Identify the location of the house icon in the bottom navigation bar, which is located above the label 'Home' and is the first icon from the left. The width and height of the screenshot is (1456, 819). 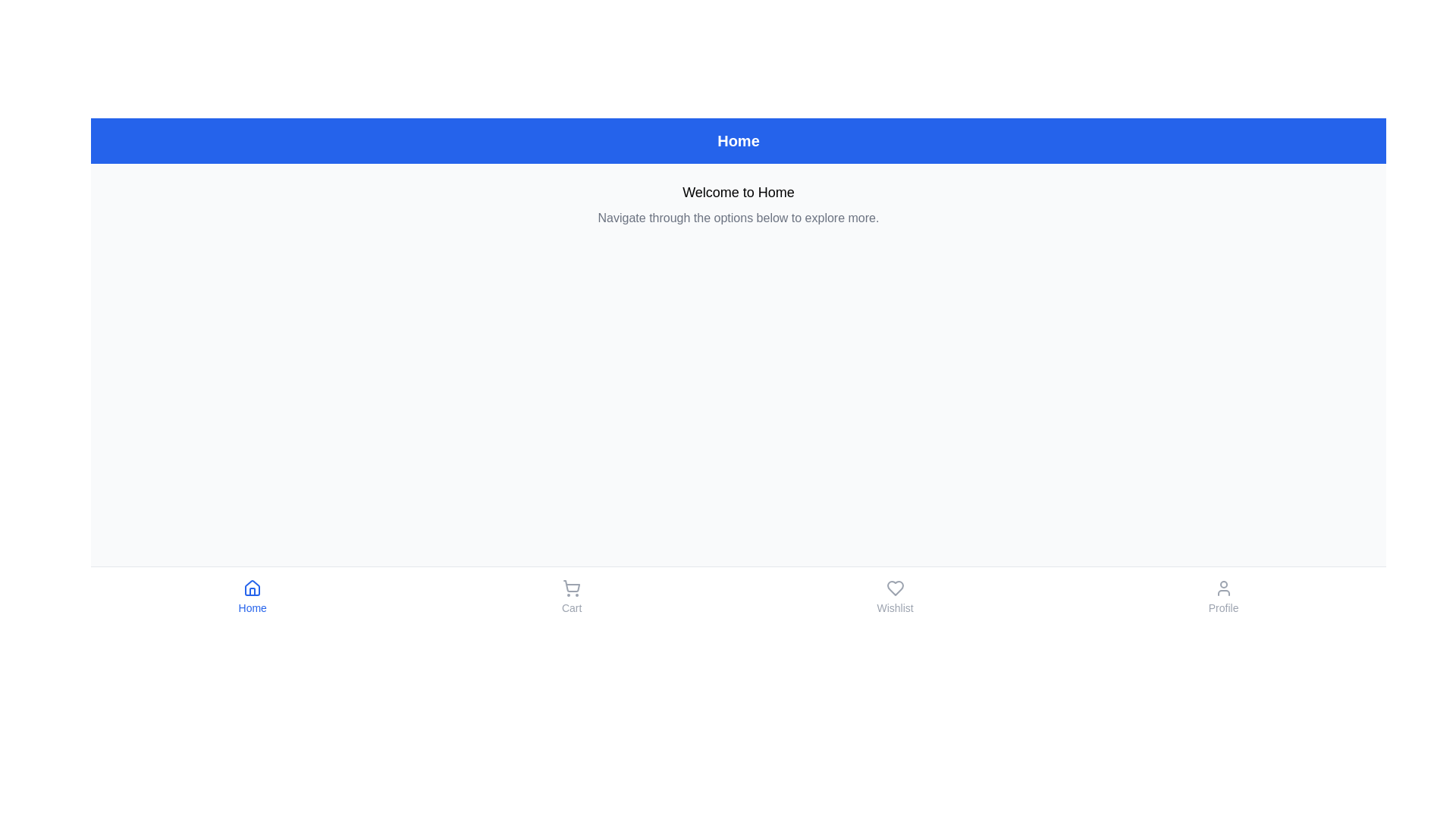
(253, 587).